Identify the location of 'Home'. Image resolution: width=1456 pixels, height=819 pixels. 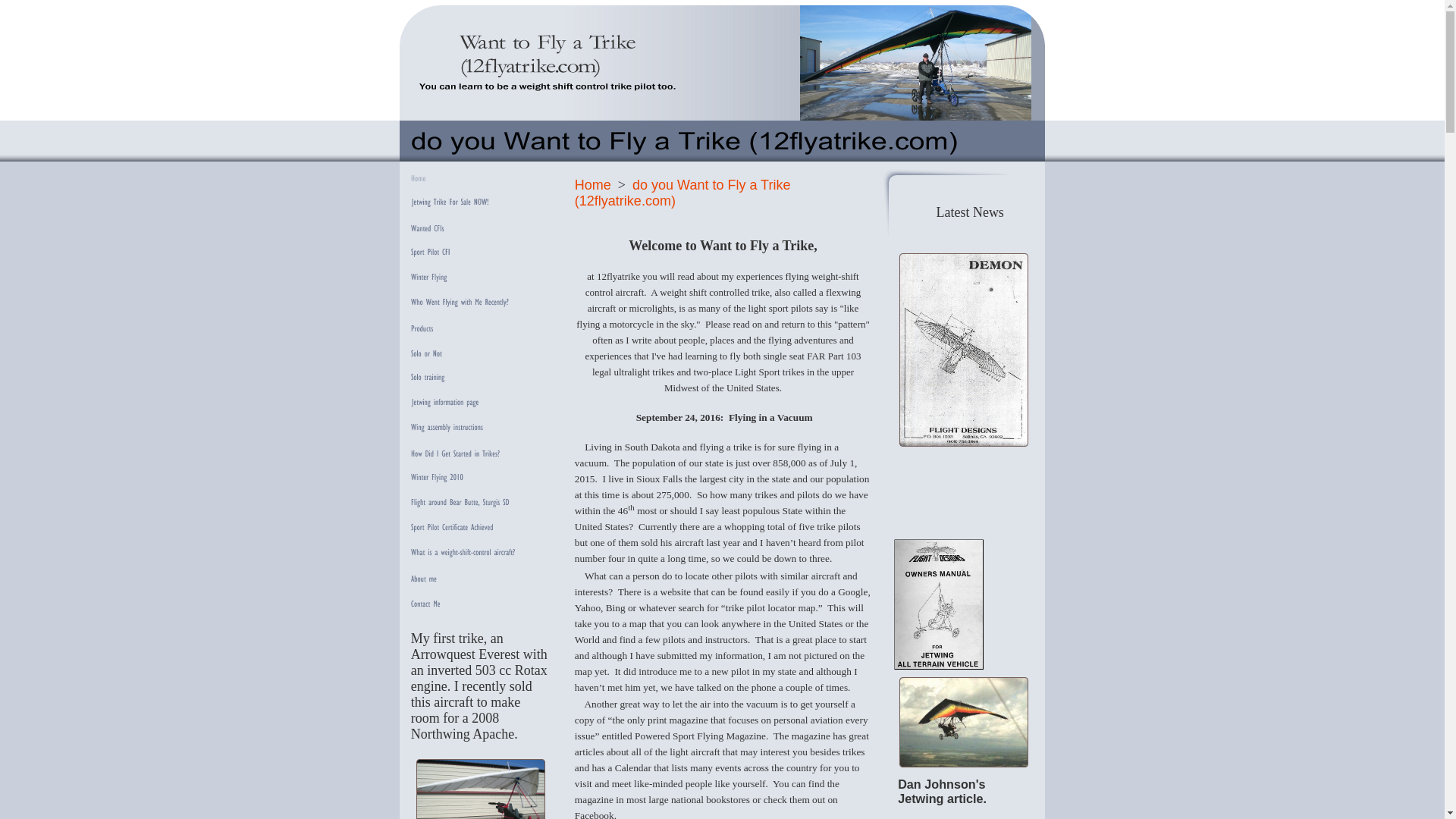
(592, 184).